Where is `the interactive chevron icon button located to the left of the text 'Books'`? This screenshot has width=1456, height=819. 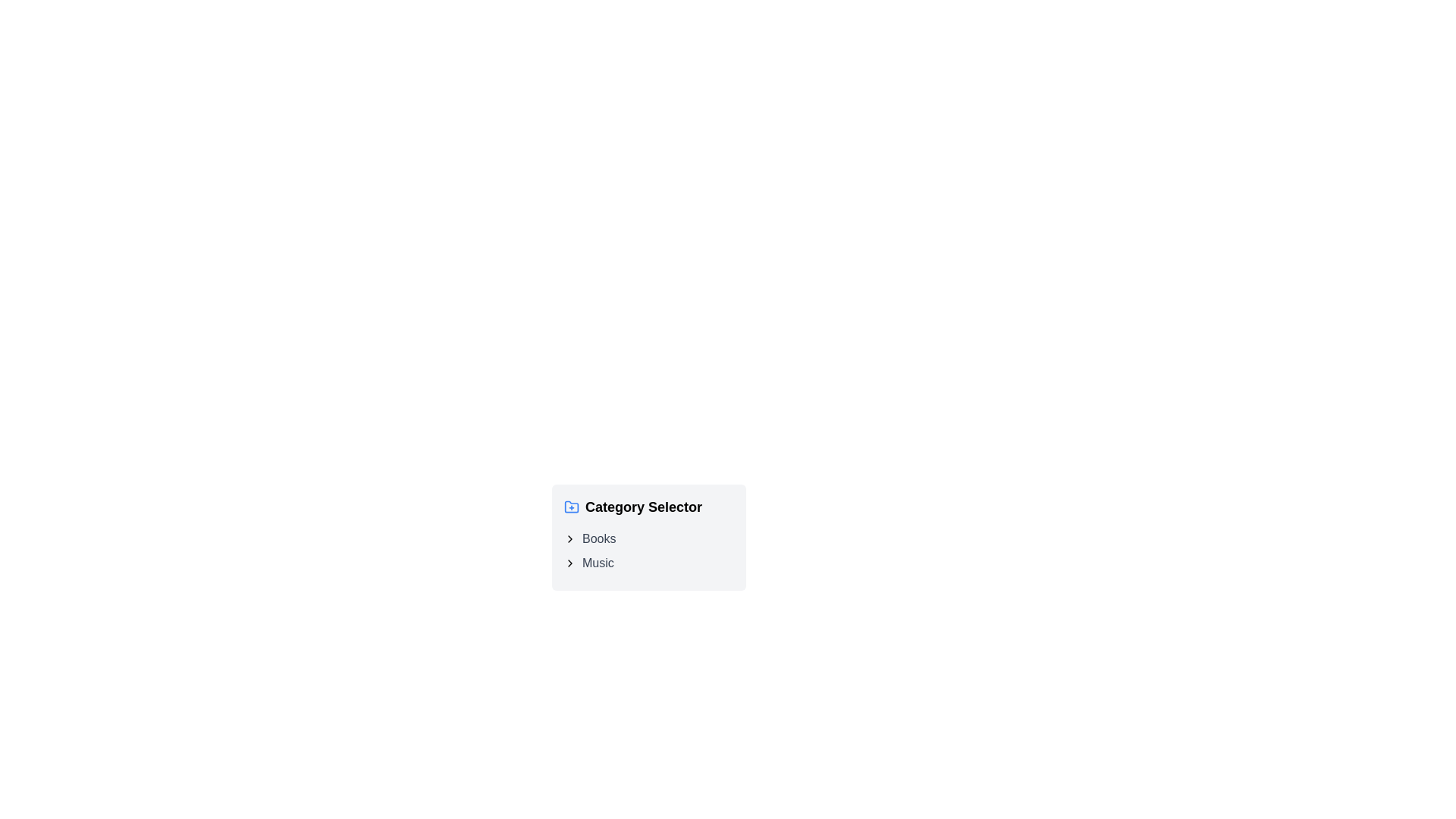
the interactive chevron icon button located to the left of the text 'Books' is located at coordinates (570, 538).